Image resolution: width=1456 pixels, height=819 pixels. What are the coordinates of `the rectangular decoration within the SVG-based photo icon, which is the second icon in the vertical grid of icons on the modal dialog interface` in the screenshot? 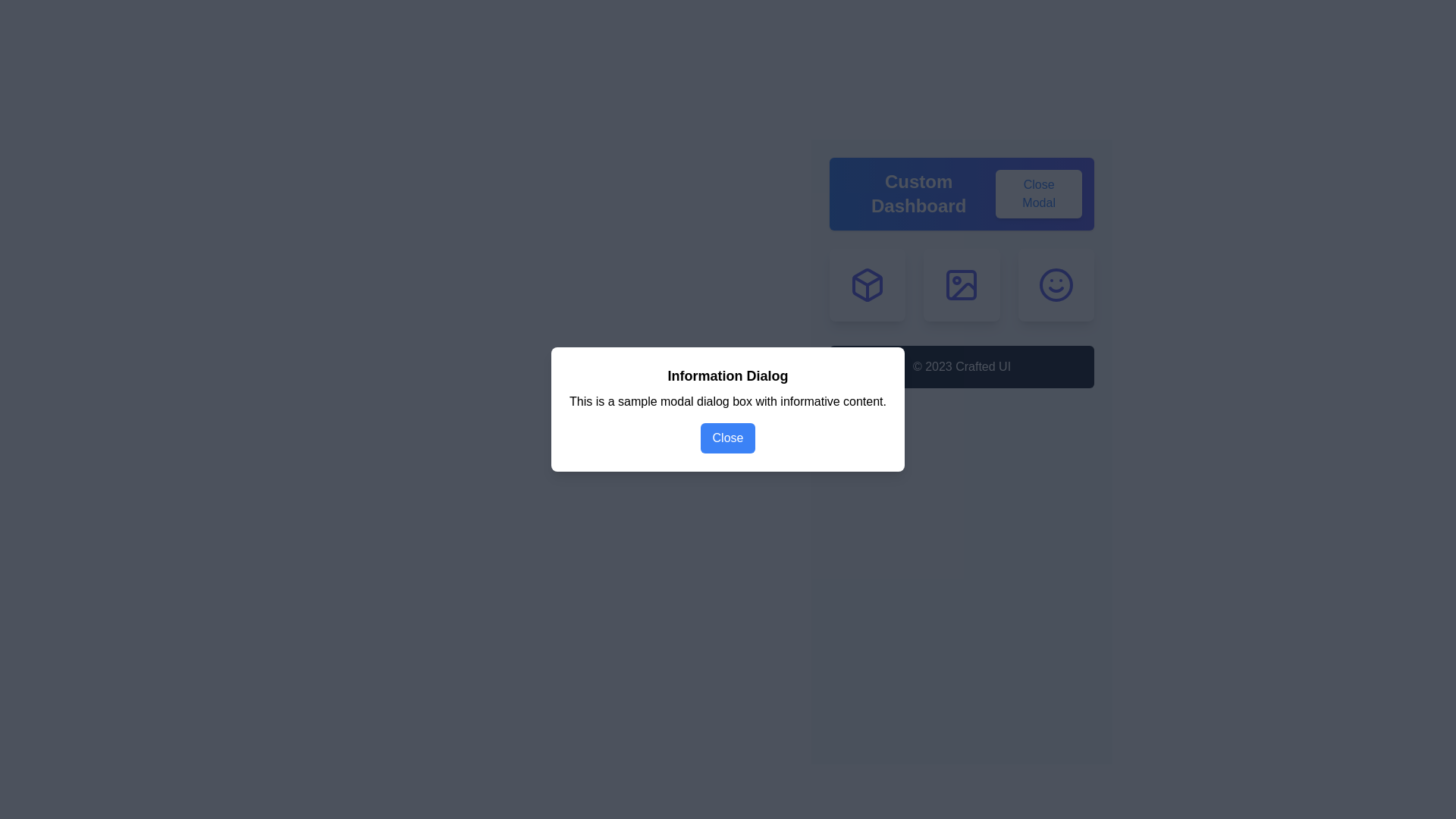 It's located at (961, 284).